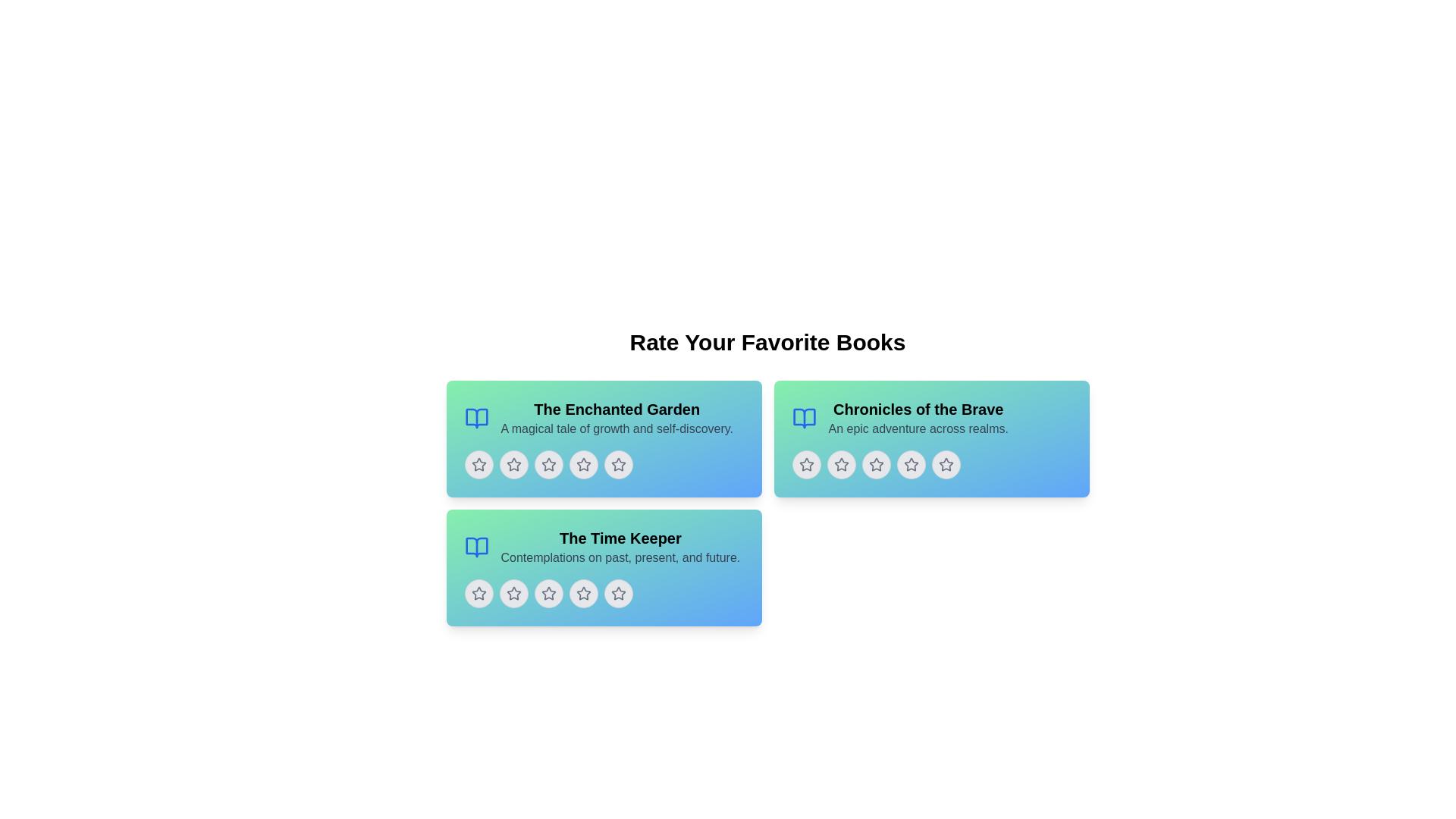 This screenshot has height=819, width=1456. What do you see at coordinates (618, 464) in the screenshot?
I see `the fifth star rating button under the book title 'The Enchanted Garden'` at bounding box center [618, 464].